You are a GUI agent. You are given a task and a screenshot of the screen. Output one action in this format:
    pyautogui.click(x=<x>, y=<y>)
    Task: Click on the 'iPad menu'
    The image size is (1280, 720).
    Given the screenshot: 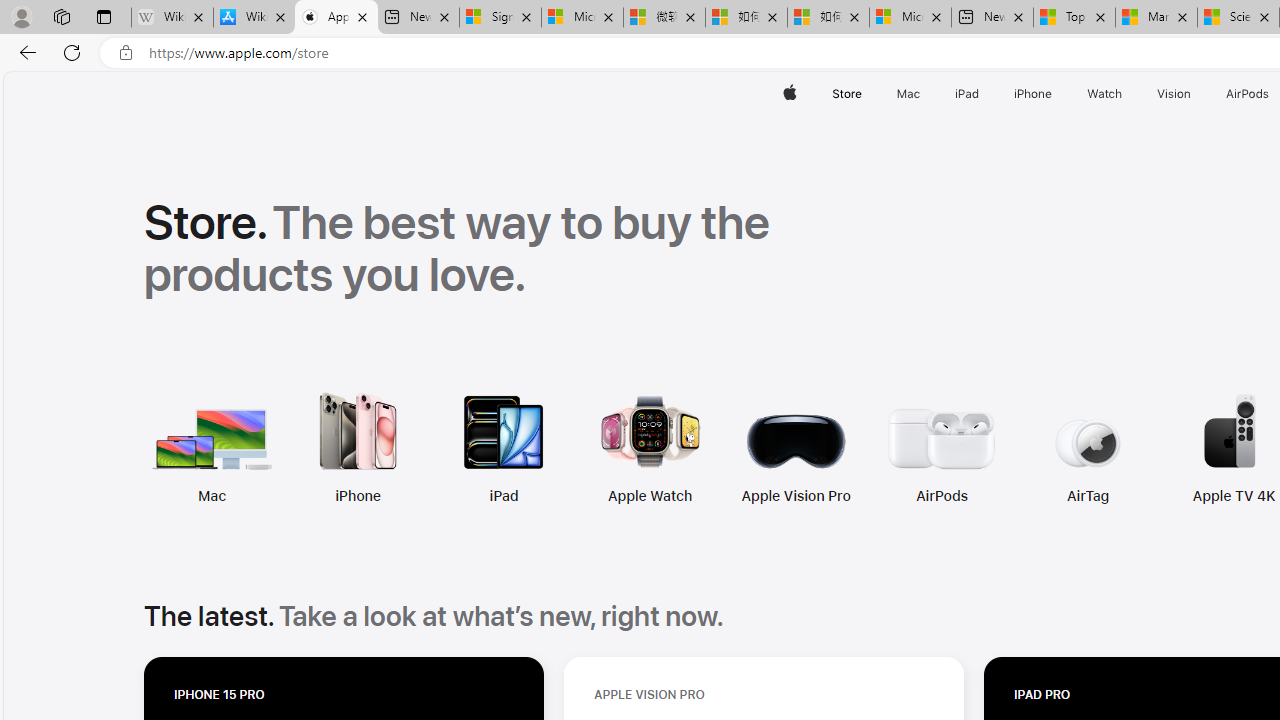 What is the action you would take?
    pyautogui.click(x=983, y=93)
    